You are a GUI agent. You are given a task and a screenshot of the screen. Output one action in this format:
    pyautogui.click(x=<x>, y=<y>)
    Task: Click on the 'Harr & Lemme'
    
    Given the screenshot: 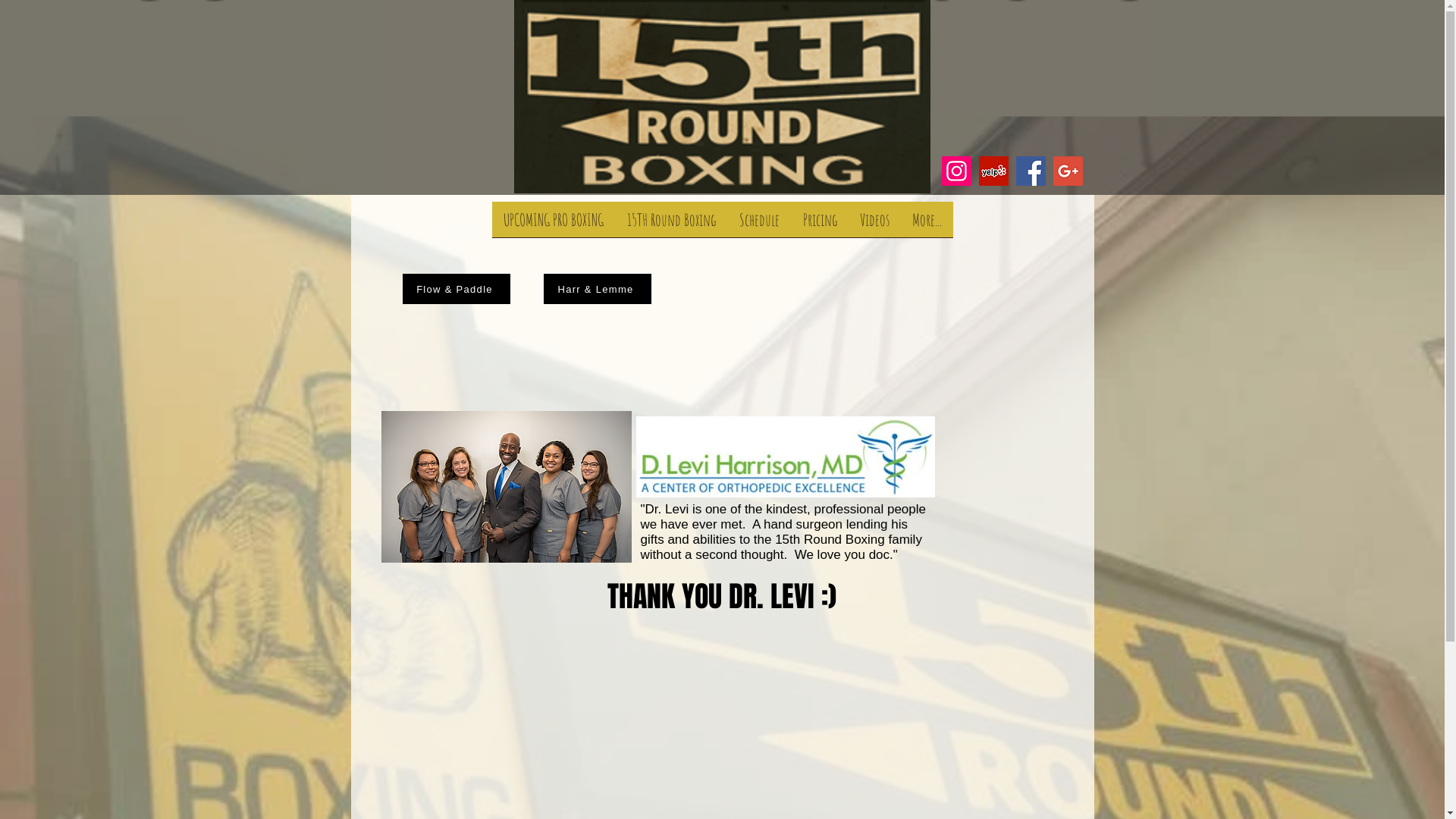 What is the action you would take?
    pyautogui.click(x=596, y=289)
    